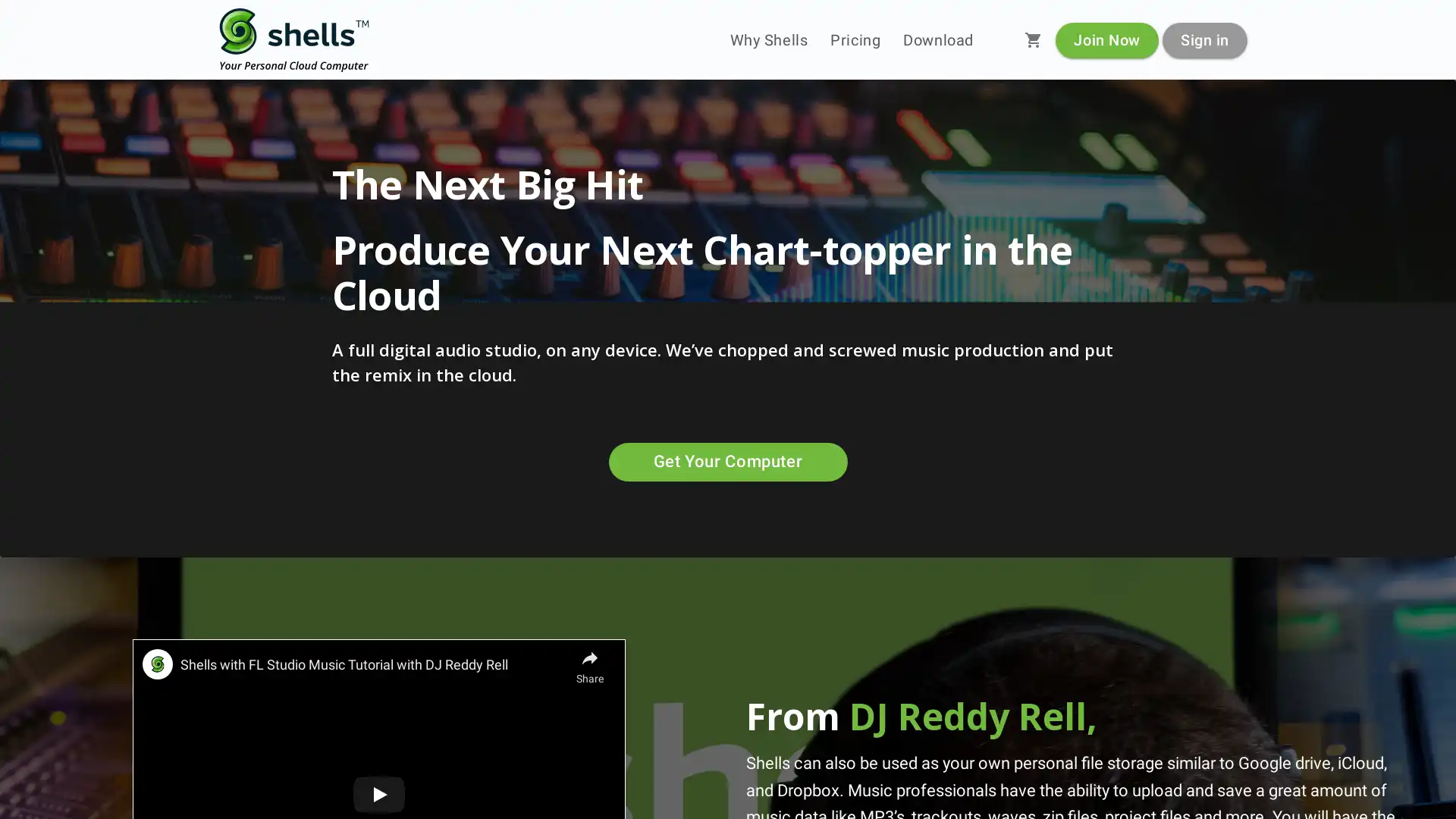 This screenshot has width=1456, height=819. Describe the element at coordinates (294, 39) in the screenshot. I see `Shells Logo` at that location.